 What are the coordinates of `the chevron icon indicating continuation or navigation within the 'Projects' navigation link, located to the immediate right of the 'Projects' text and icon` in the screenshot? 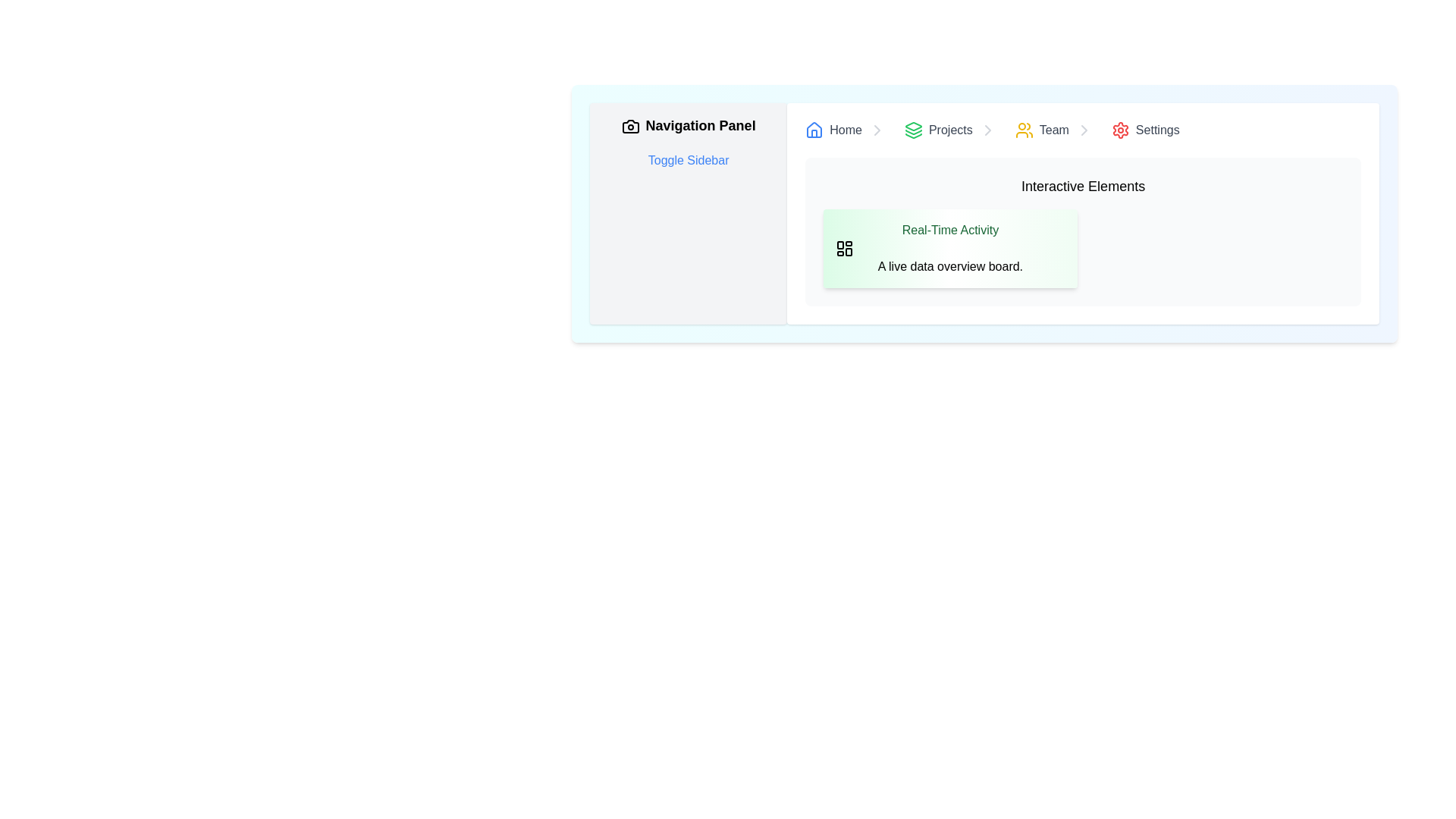 It's located at (987, 130).